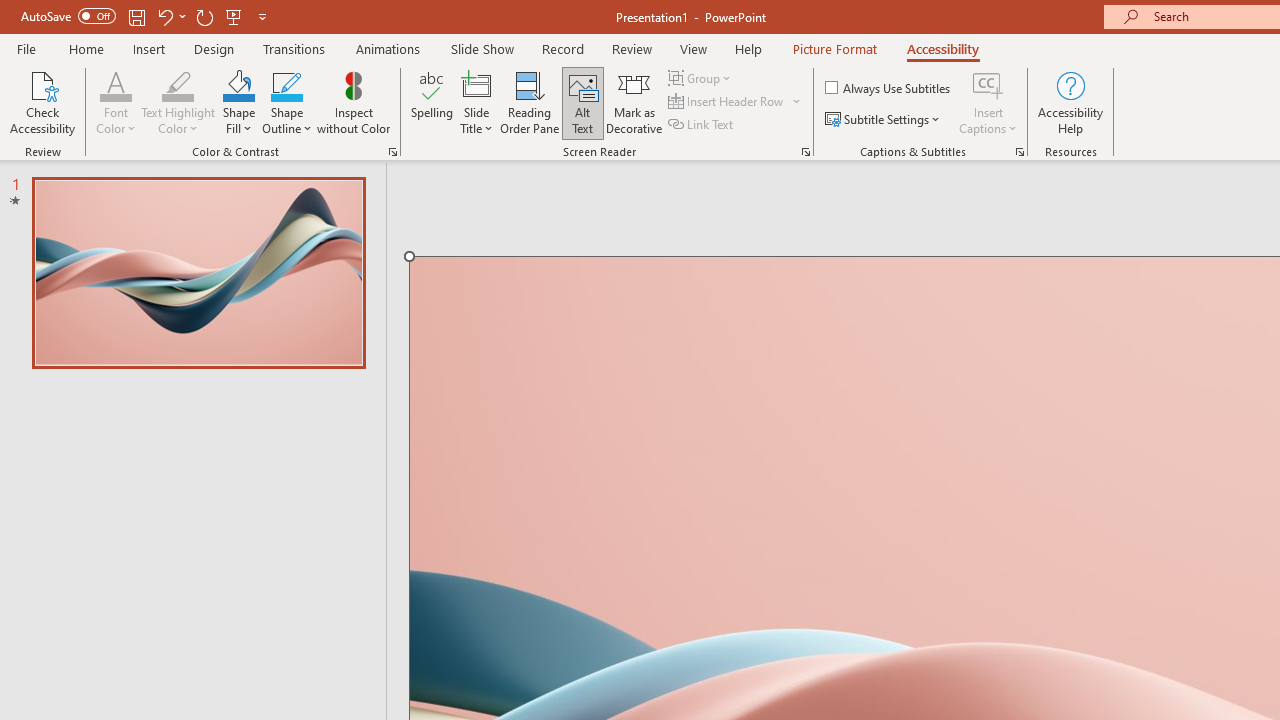 The image size is (1280, 720). I want to click on 'Screen Reader', so click(805, 150).